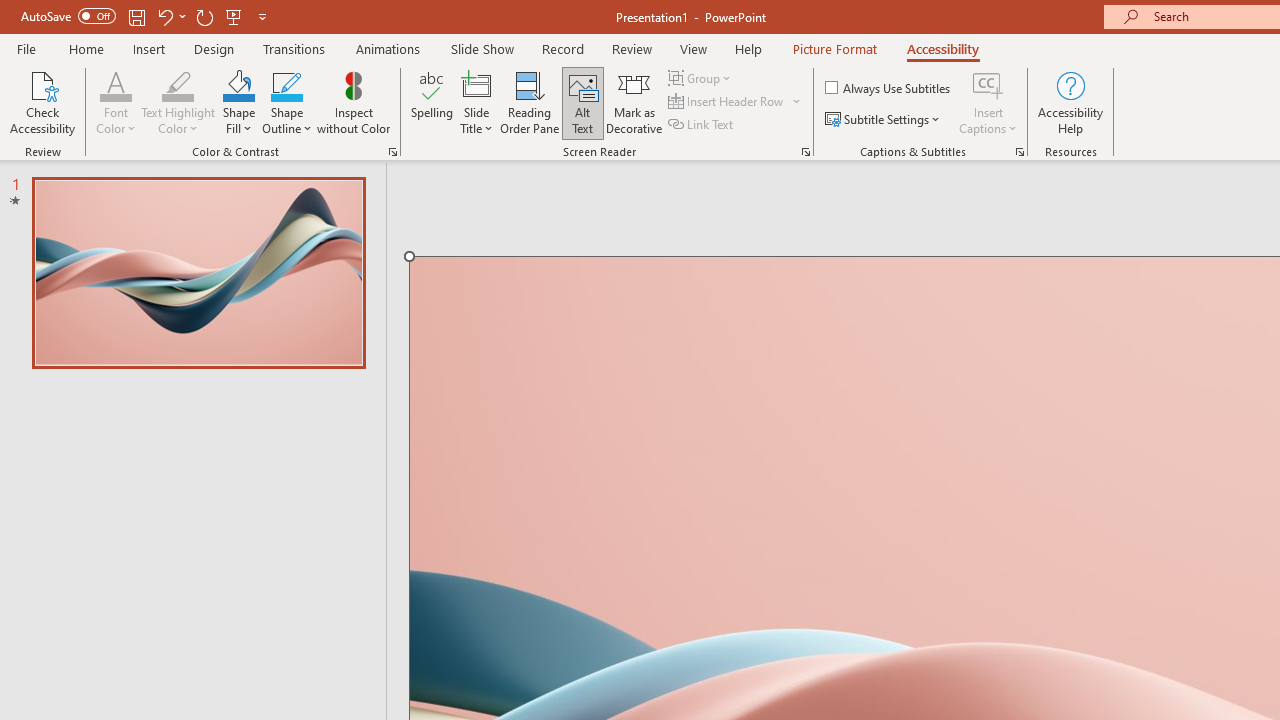 The image size is (1280, 720). I want to click on 'Screen Reader', so click(805, 150).